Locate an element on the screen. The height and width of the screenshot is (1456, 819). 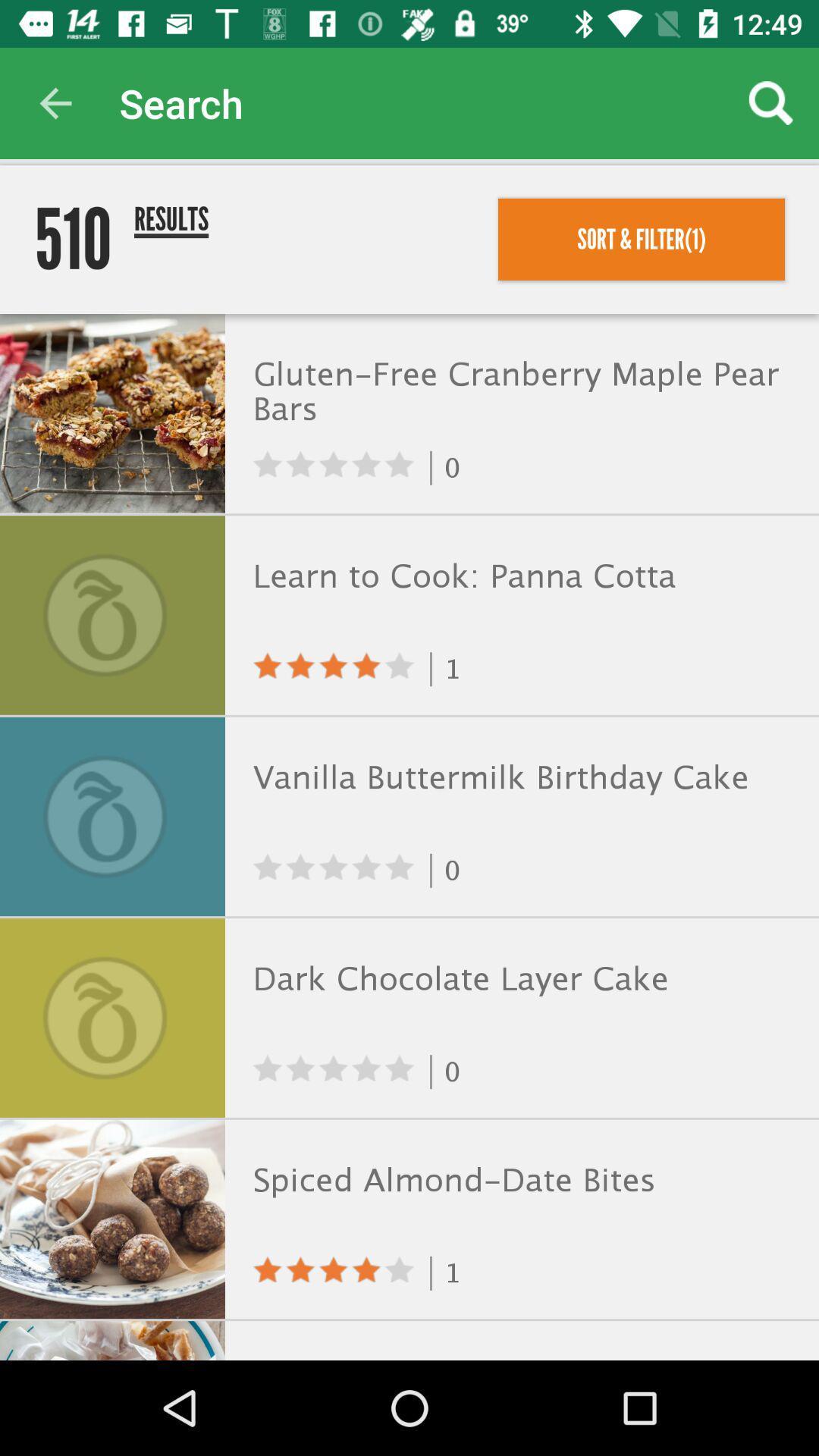
vanilla buttermilk birthday icon is located at coordinates (518, 778).